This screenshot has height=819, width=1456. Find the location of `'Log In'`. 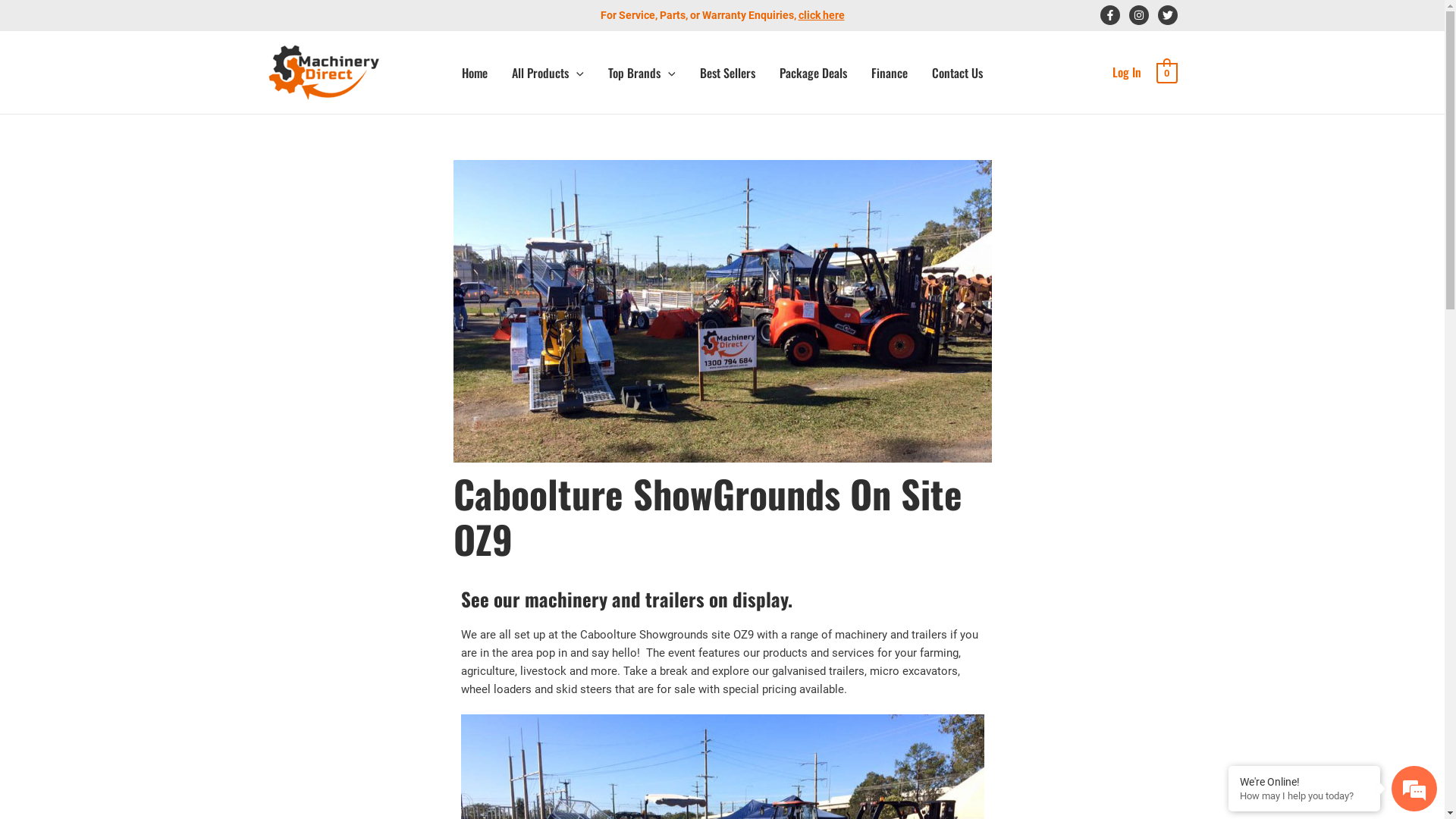

'Log In' is located at coordinates (1127, 72).